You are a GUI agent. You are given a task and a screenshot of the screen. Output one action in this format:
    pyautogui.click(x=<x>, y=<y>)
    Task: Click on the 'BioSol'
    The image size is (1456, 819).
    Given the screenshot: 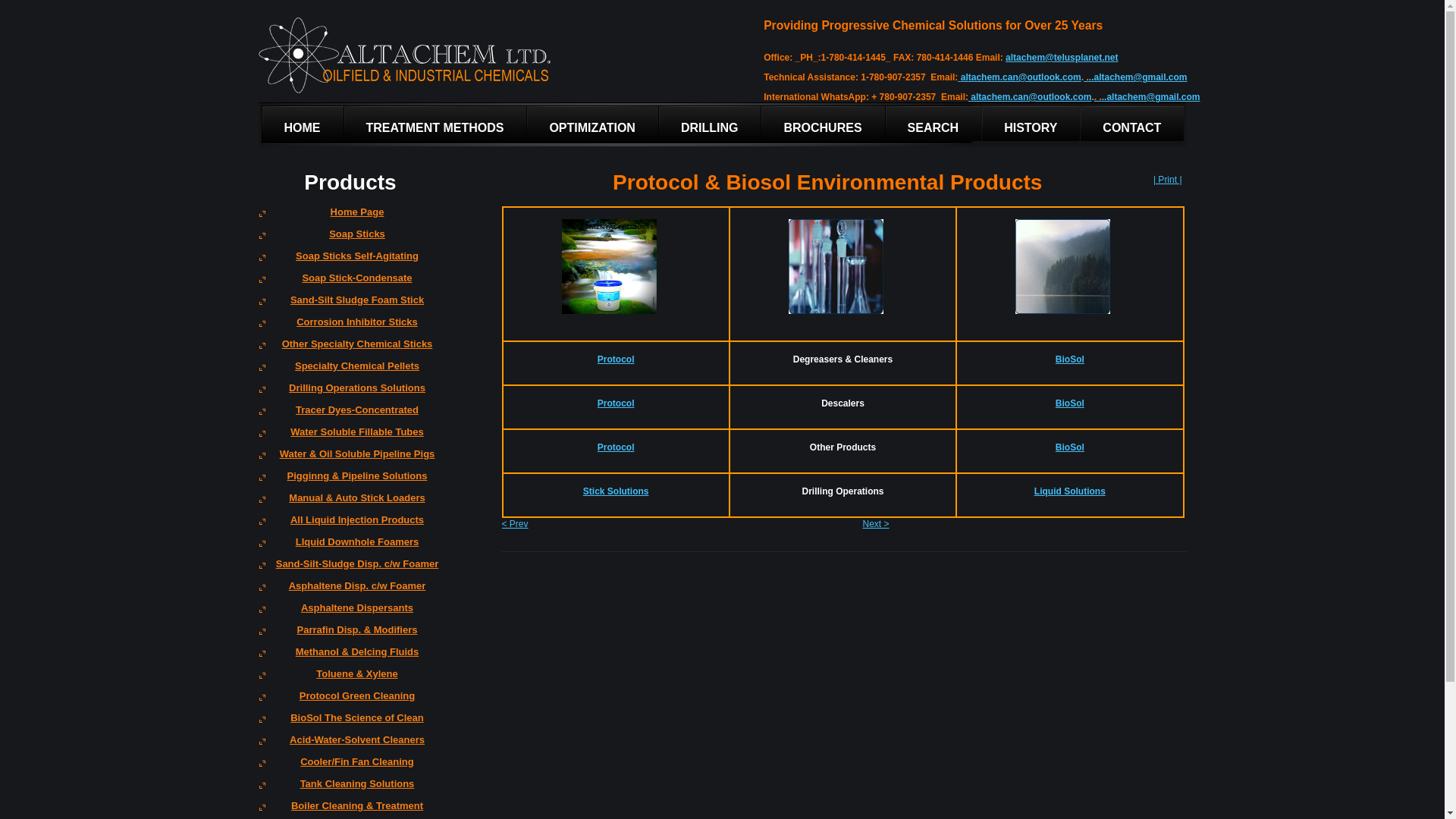 What is the action you would take?
    pyautogui.click(x=1055, y=447)
    